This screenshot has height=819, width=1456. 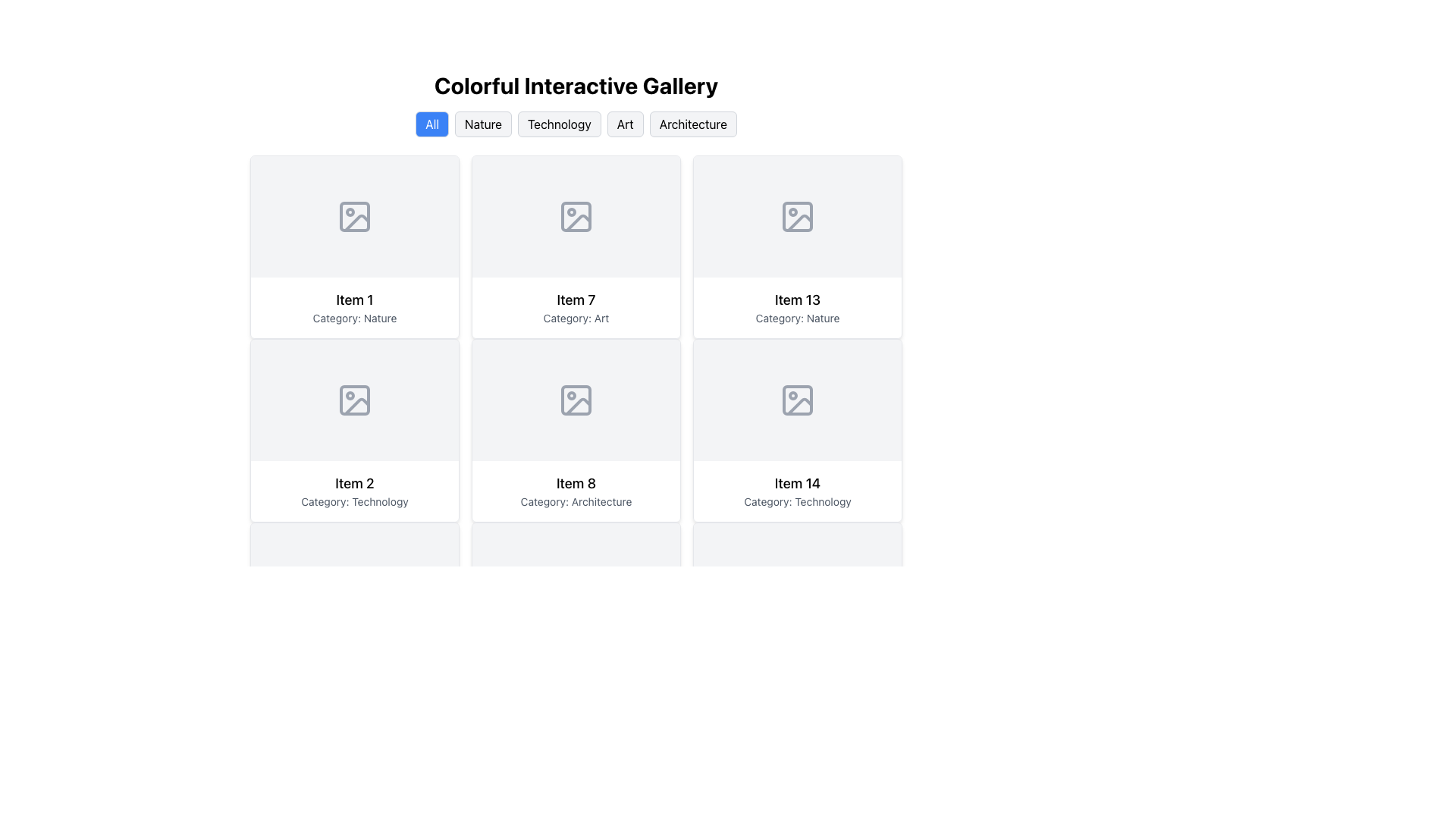 I want to click on the placeholder icon representing an image located in the fourth panel of the grid layout, which is above the text 'Item 14' and 'Category: Technology', so click(x=796, y=400).